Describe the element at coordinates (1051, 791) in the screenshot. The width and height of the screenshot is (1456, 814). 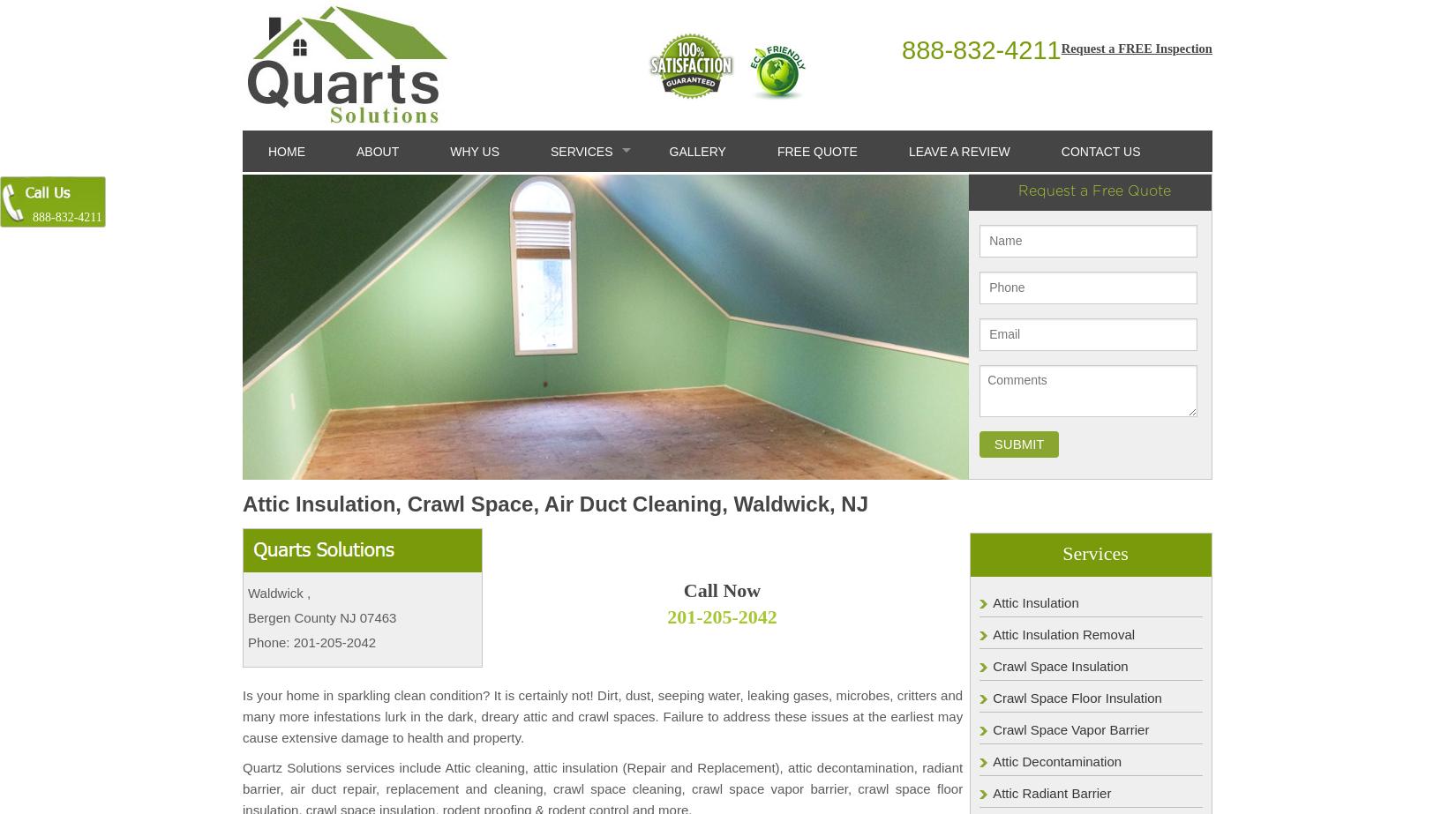
I see `'Attic Radiant Barrier'` at that location.